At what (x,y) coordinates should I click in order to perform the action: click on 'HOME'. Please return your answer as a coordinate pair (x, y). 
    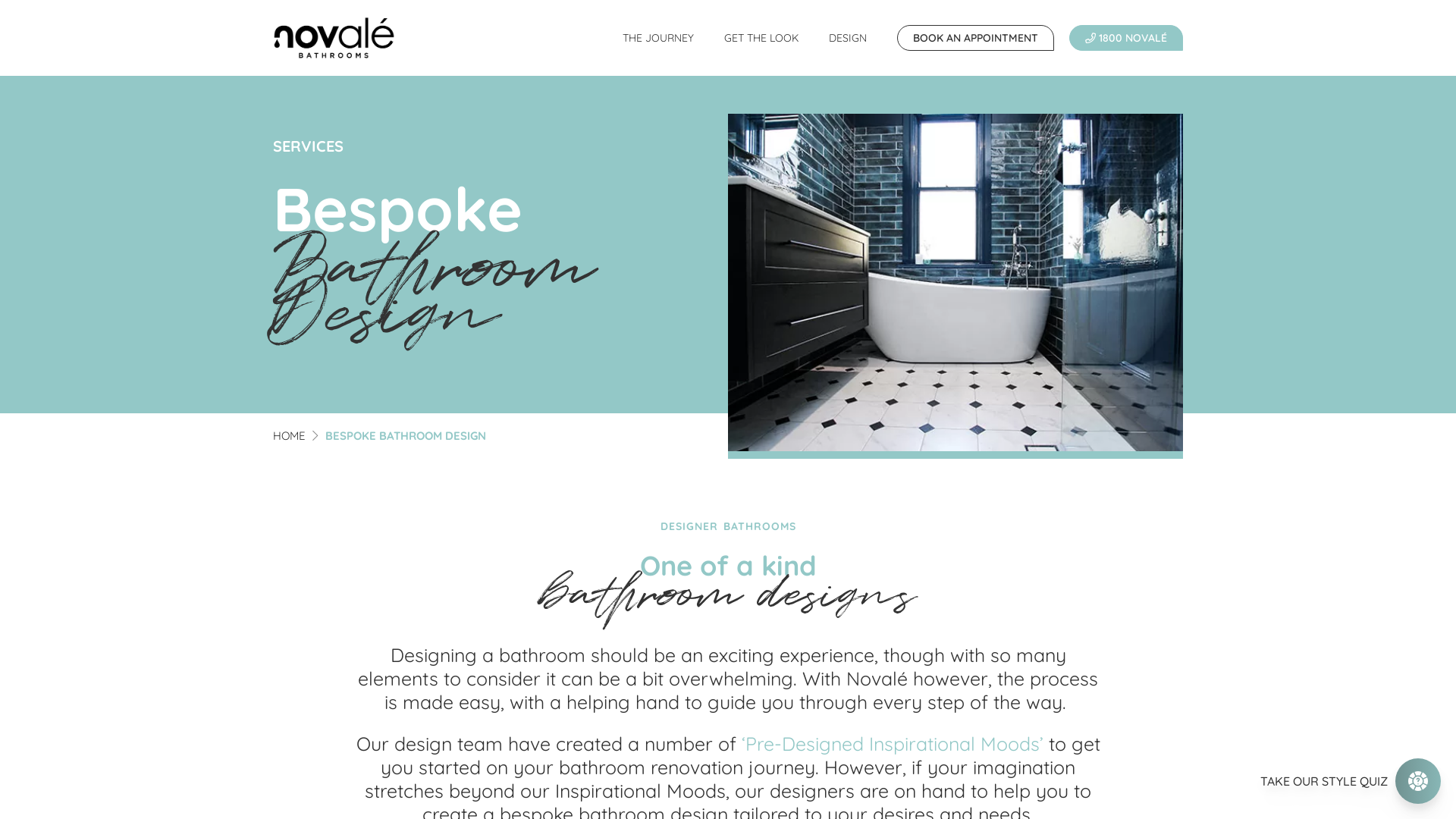
    Looking at the image, I should click on (289, 435).